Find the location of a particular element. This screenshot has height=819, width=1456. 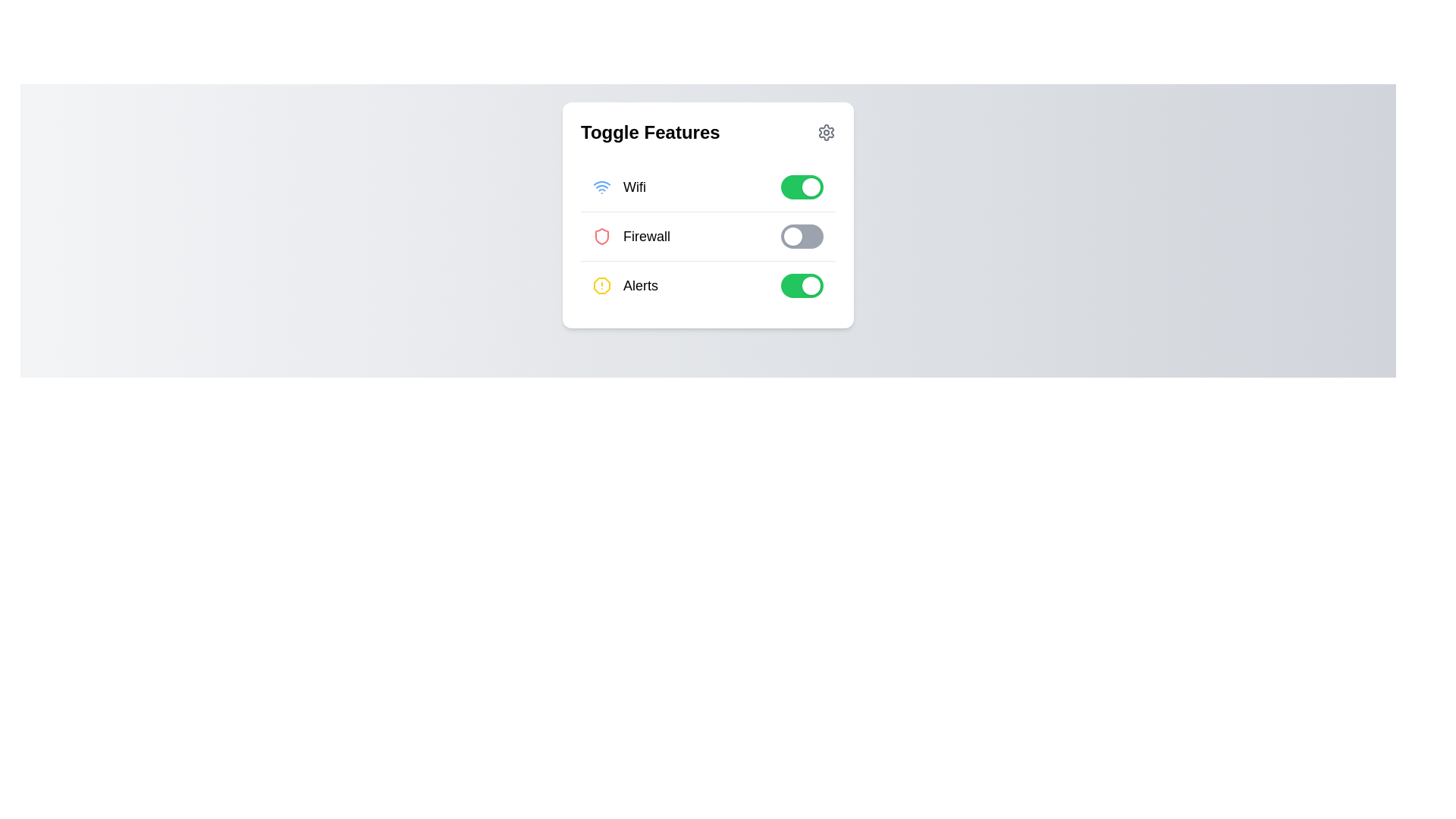

the 'Firewall' label, which is the second label in a vertical list of features within a white feature configuration panel, positioned between 'Wifi' and 'Alerts' is located at coordinates (647, 237).